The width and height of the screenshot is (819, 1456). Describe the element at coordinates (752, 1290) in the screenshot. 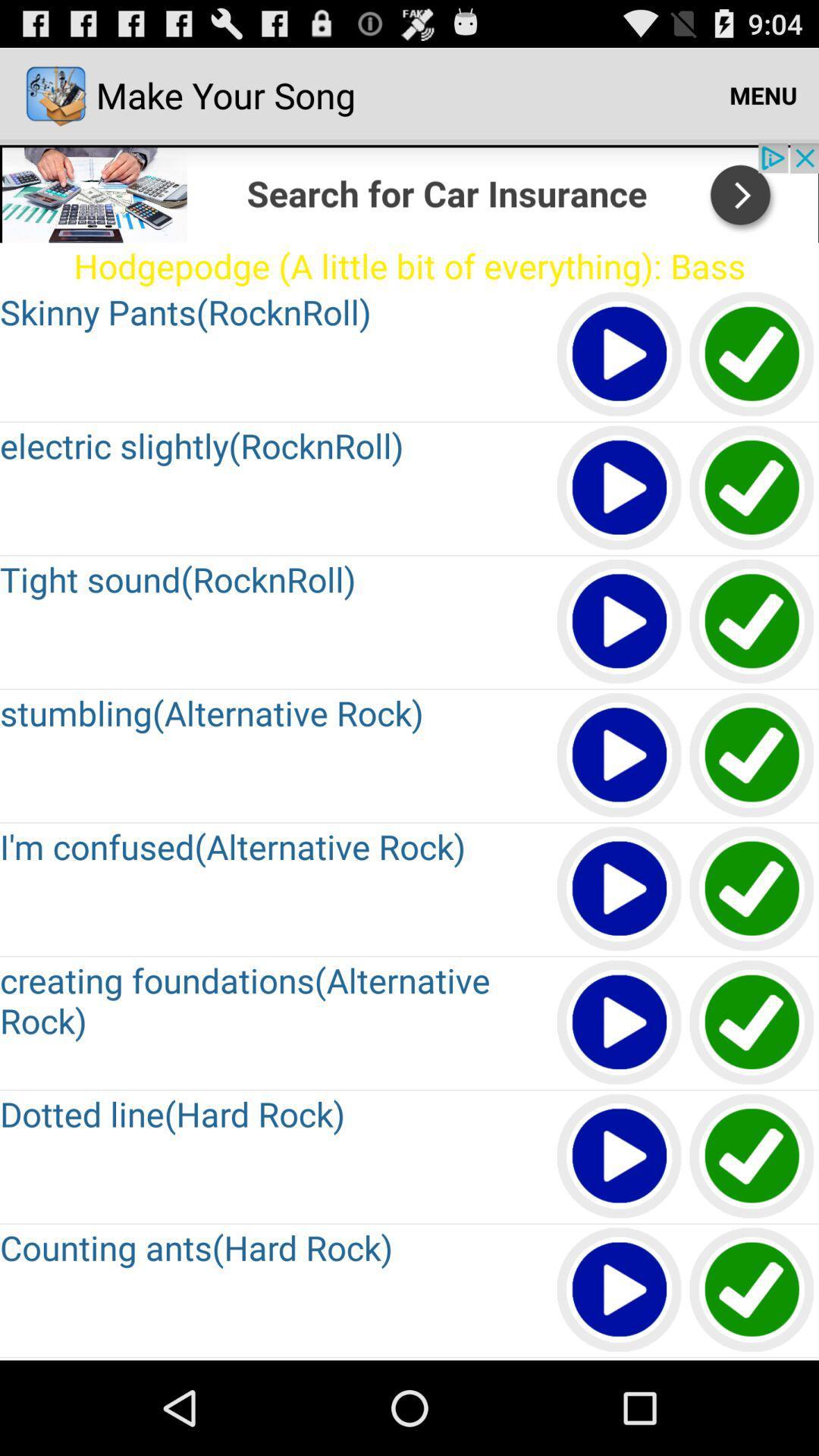

I see `tick` at that location.